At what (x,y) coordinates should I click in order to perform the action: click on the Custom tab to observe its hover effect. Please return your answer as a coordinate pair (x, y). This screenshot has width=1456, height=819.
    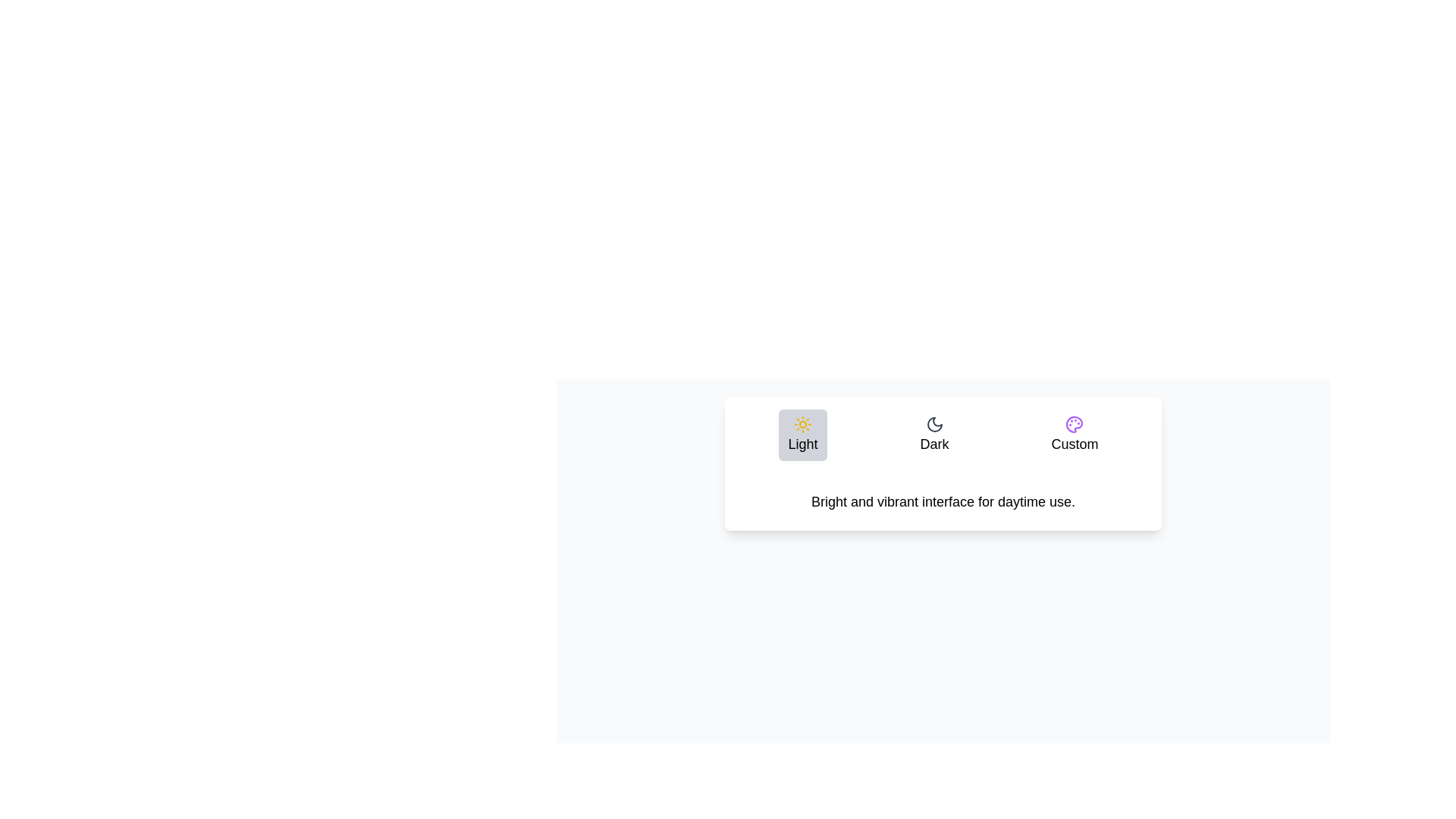
    Looking at the image, I should click on (1073, 435).